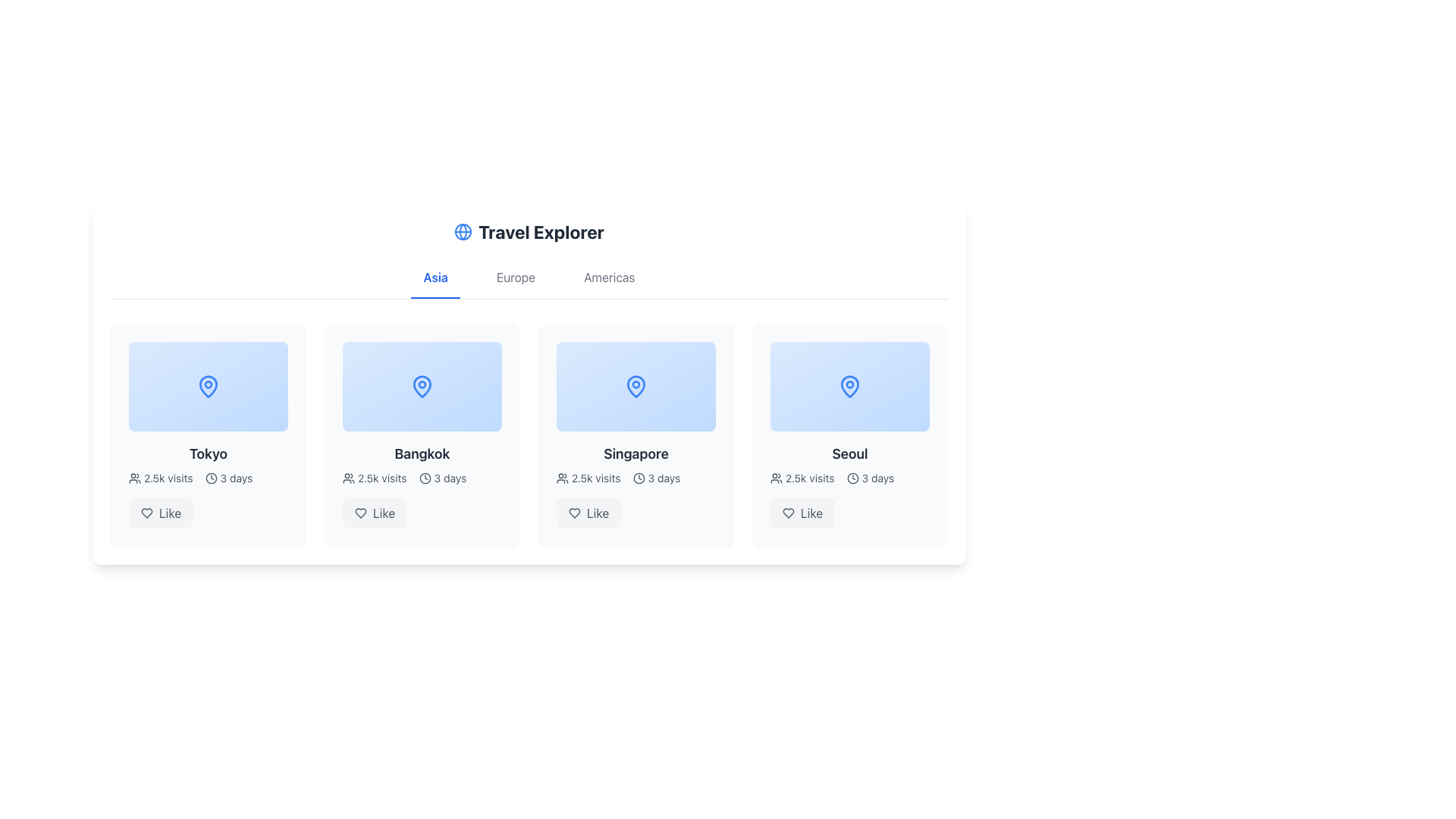 Image resolution: width=1456 pixels, height=819 pixels. Describe the element at coordinates (802, 513) in the screenshot. I see `the 'Like' button with an outlined heart icon located at the bottom right of the 'Seoul' card` at that location.